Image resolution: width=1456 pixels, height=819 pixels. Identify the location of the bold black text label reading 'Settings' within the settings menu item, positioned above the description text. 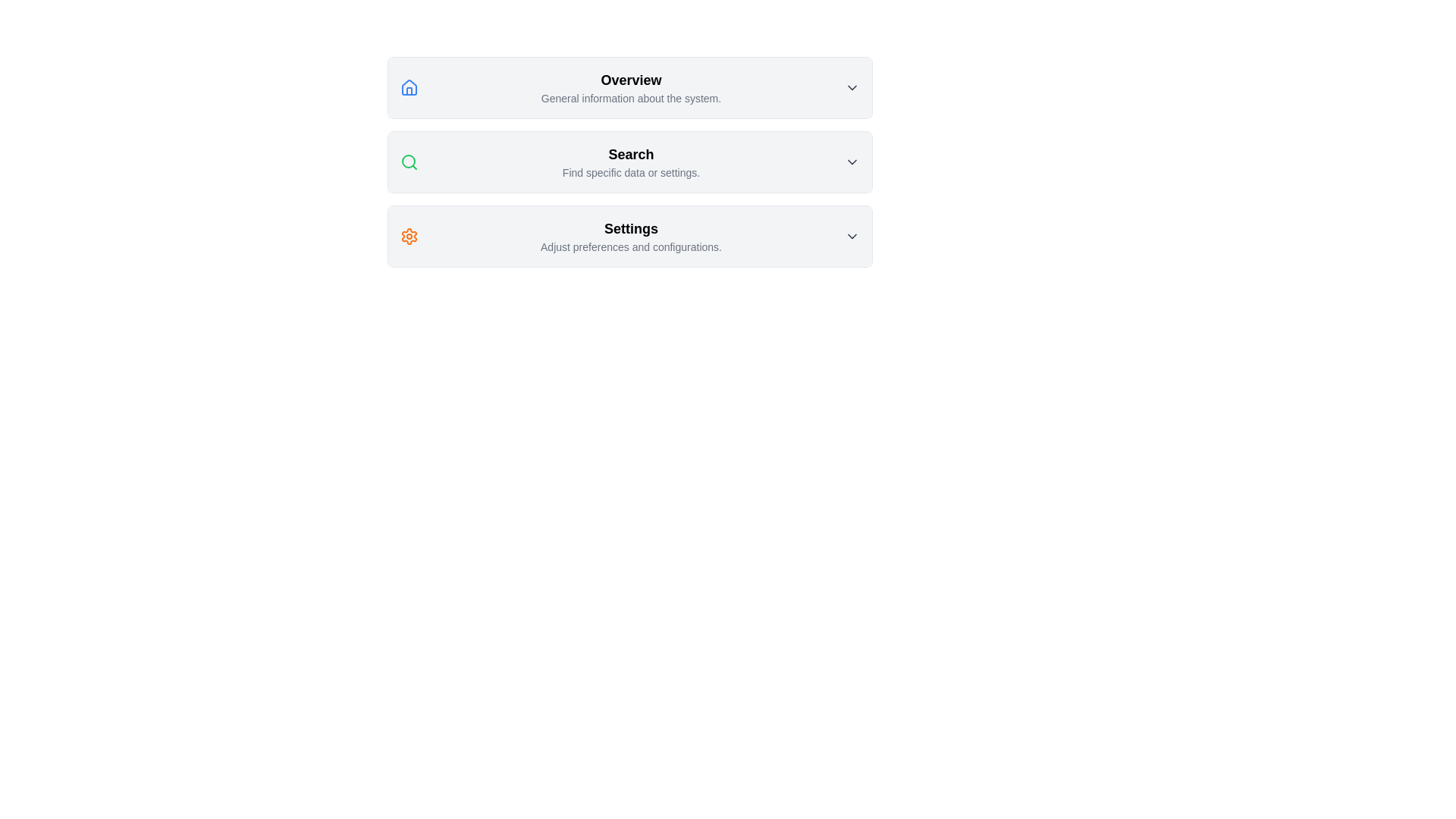
(631, 228).